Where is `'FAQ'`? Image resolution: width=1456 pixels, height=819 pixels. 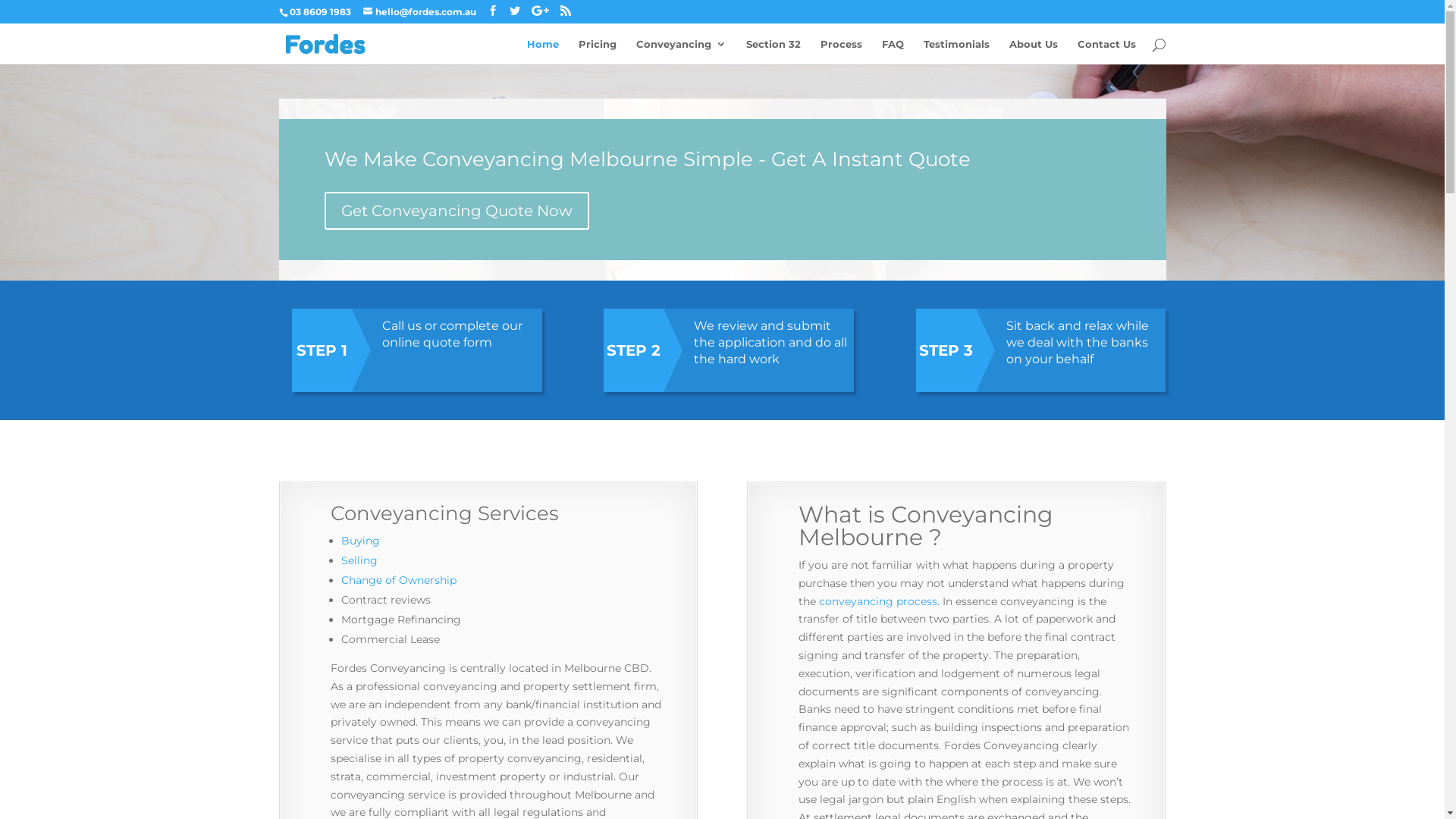 'FAQ' is located at coordinates (892, 51).